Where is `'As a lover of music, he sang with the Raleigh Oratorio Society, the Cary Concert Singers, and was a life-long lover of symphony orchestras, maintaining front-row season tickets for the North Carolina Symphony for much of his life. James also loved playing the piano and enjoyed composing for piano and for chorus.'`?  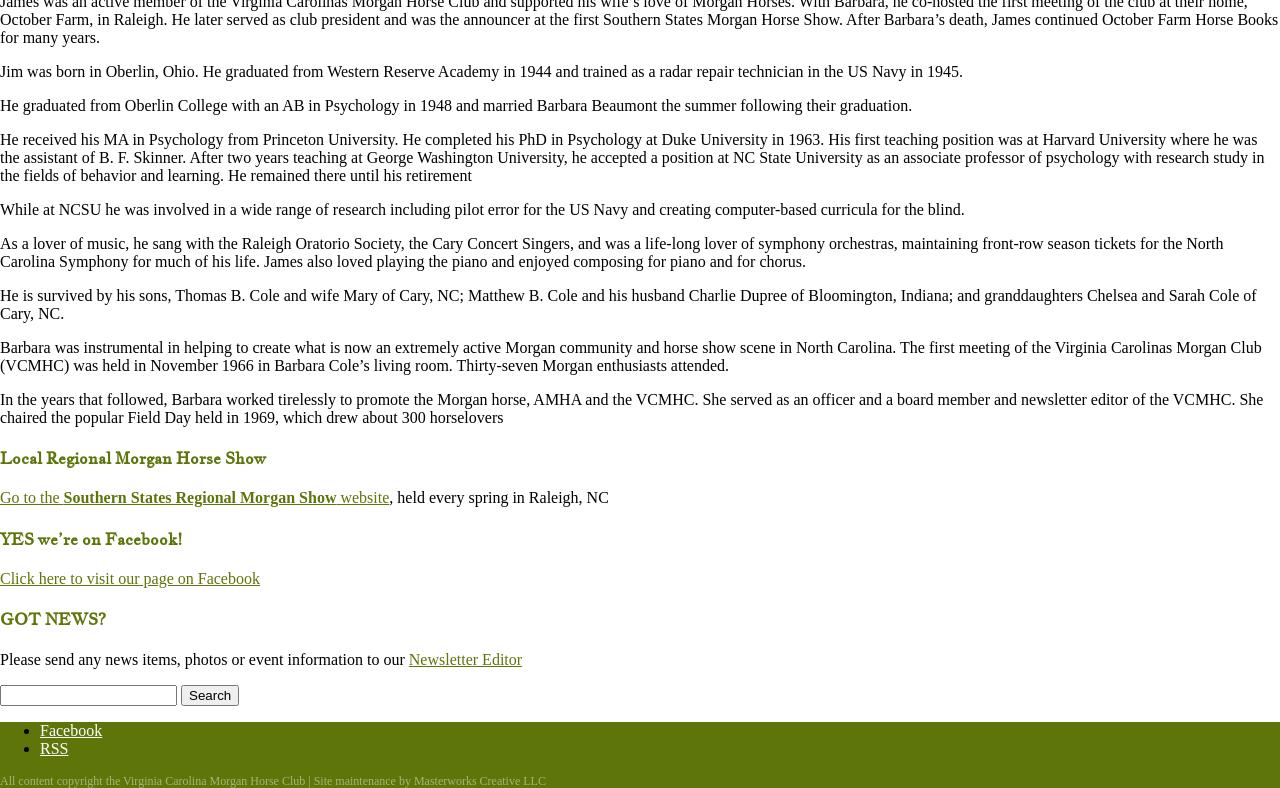 'As a lover of music, he sang with the Raleigh Oratorio Society, the Cary Concert Singers, and was a life-long lover of symphony orchestras, maintaining front-row season tickets for the North Carolina Symphony for much of his life. James also loved playing the piano and enjoyed composing for piano and for chorus.' is located at coordinates (610, 250).